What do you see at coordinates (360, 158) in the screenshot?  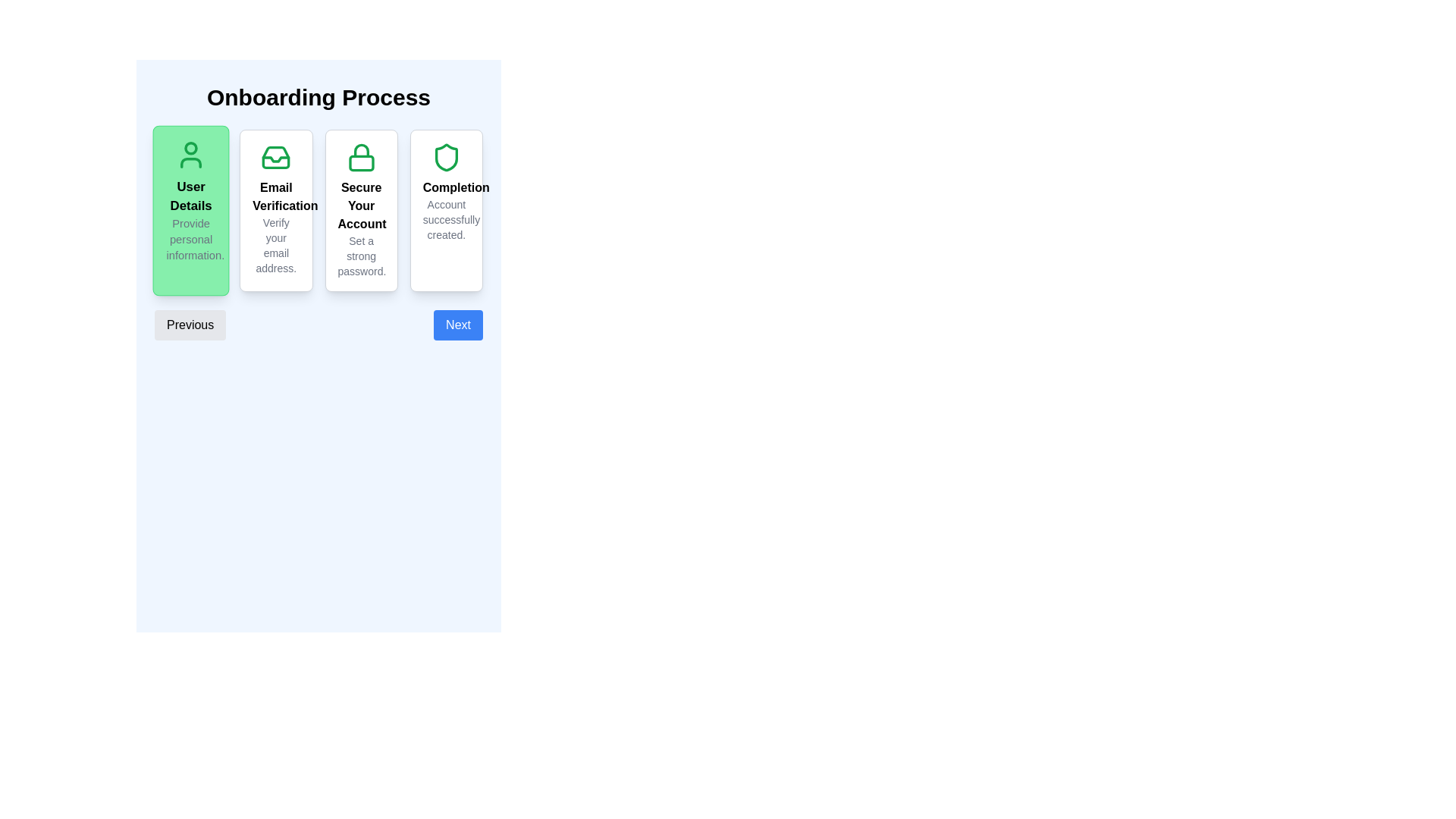 I see `the security icon located in the third card from the left, which represents password protection, above the heading 'Secure Your Account'` at bounding box center [360, 158].